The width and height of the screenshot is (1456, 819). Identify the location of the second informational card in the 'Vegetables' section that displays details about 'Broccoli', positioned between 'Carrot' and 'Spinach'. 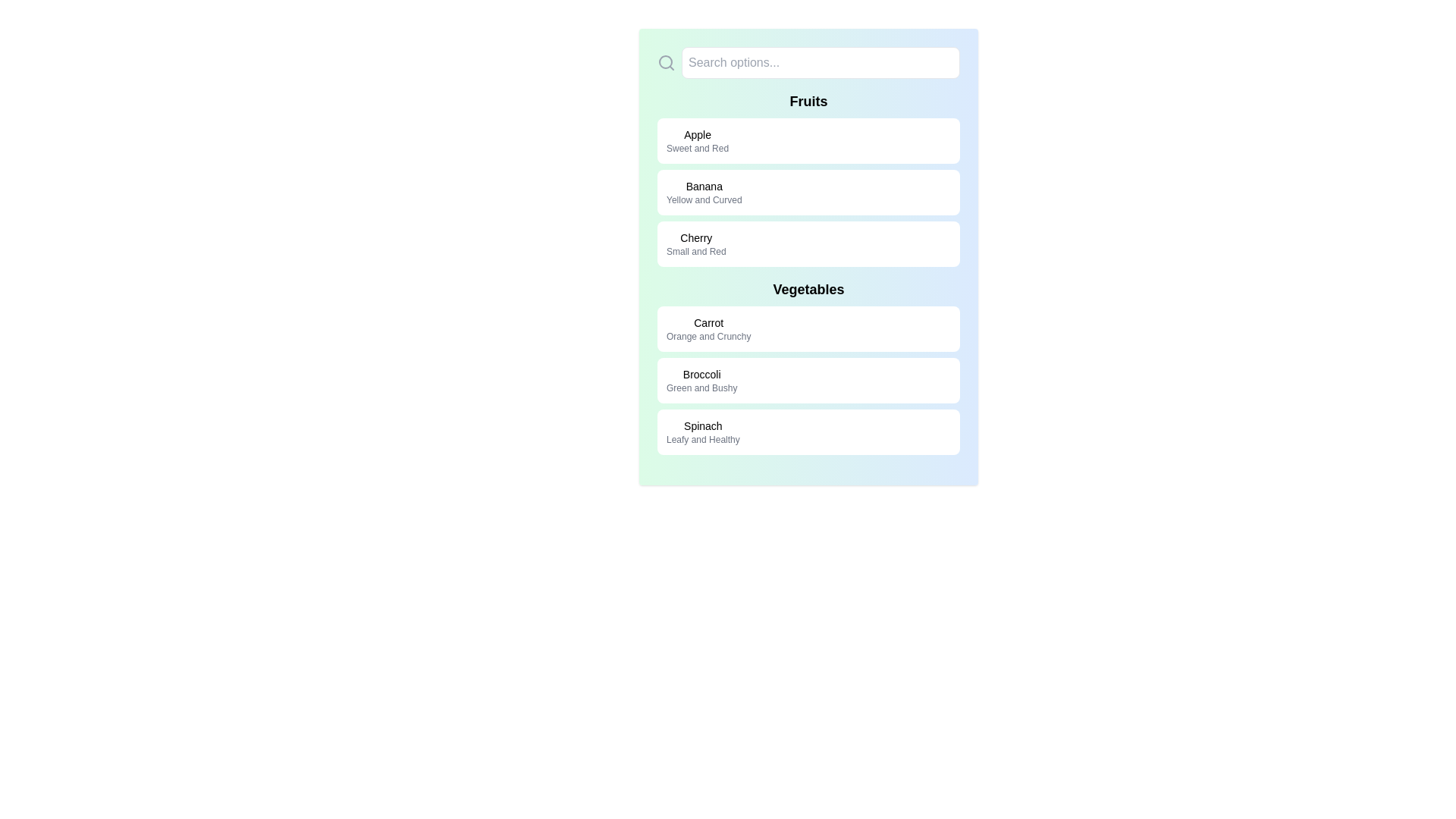
(808, 379).